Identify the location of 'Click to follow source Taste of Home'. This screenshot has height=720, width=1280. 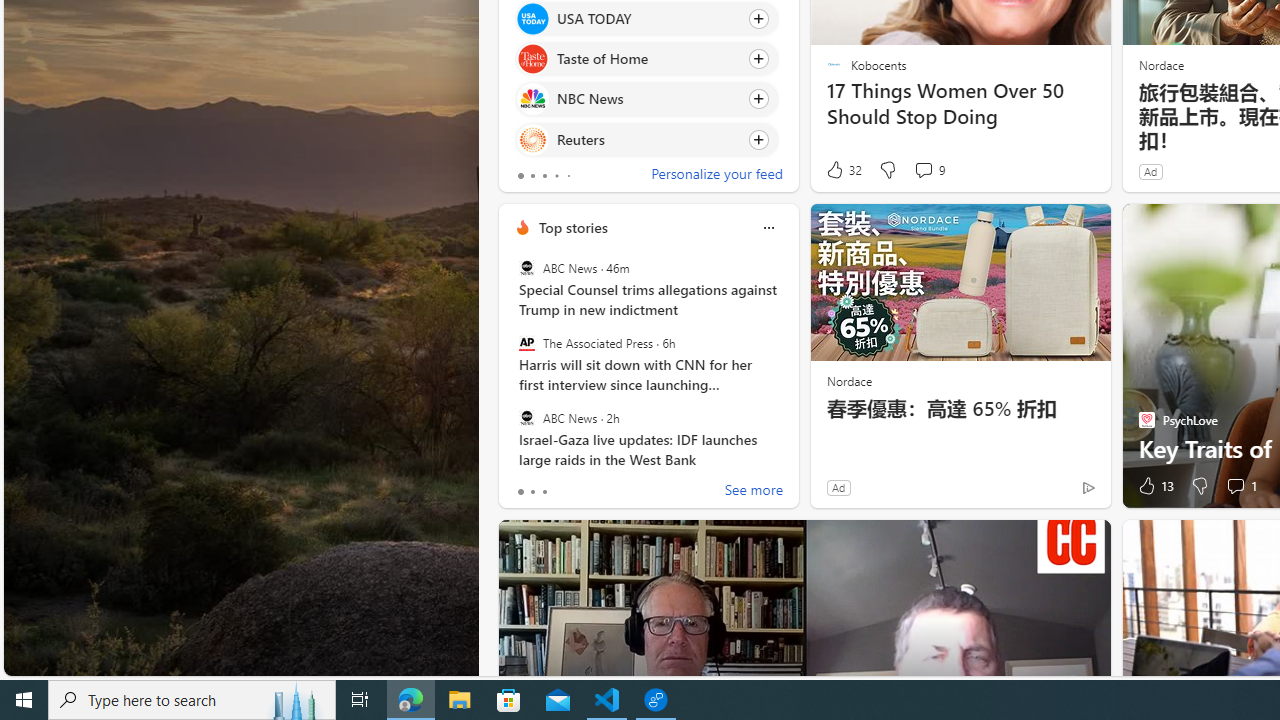
(647, 58).